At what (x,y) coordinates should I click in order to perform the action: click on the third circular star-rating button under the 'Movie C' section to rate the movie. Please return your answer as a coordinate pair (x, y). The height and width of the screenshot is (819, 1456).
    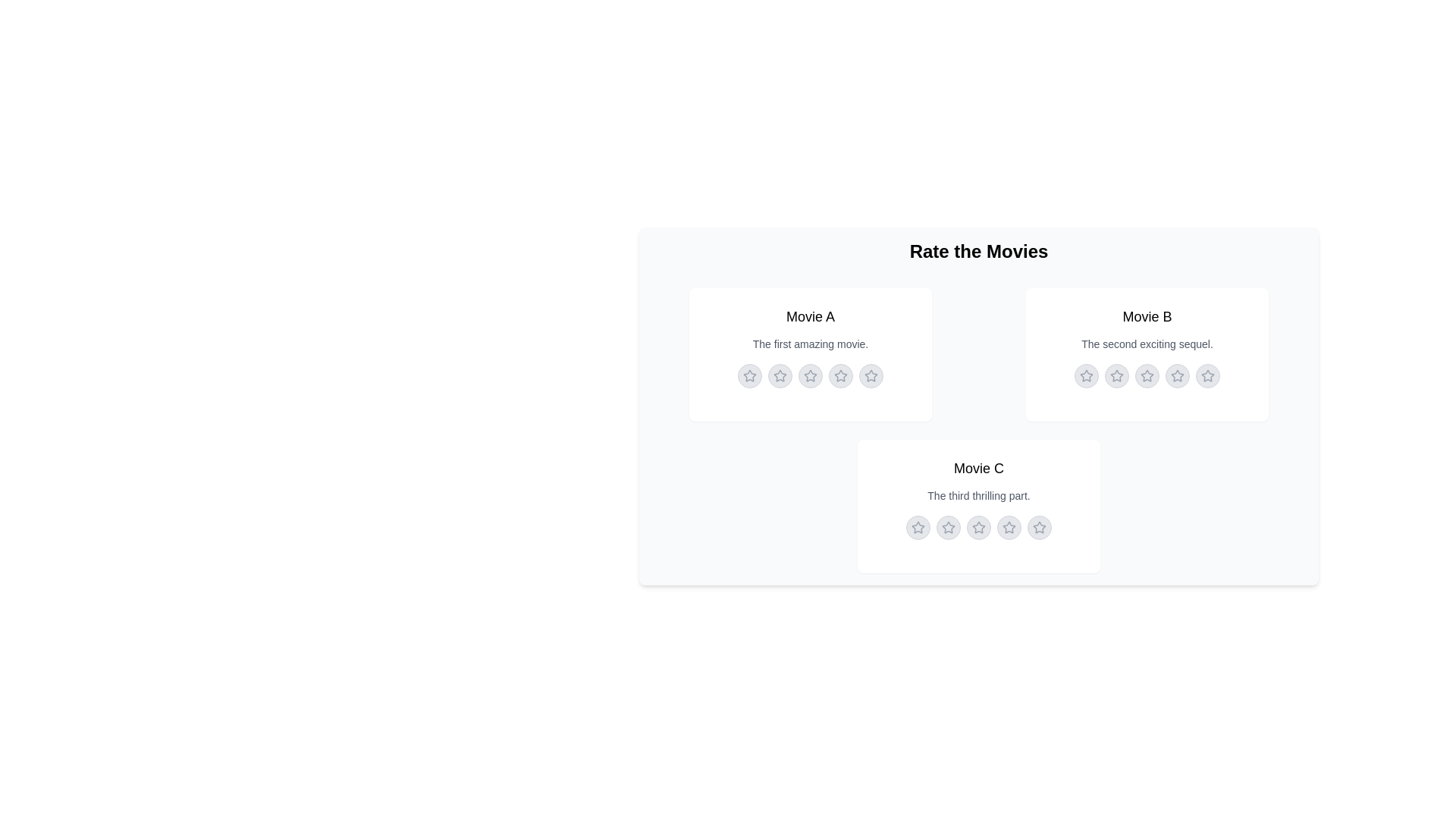
    Looking at the image, I should click on (979, 526).